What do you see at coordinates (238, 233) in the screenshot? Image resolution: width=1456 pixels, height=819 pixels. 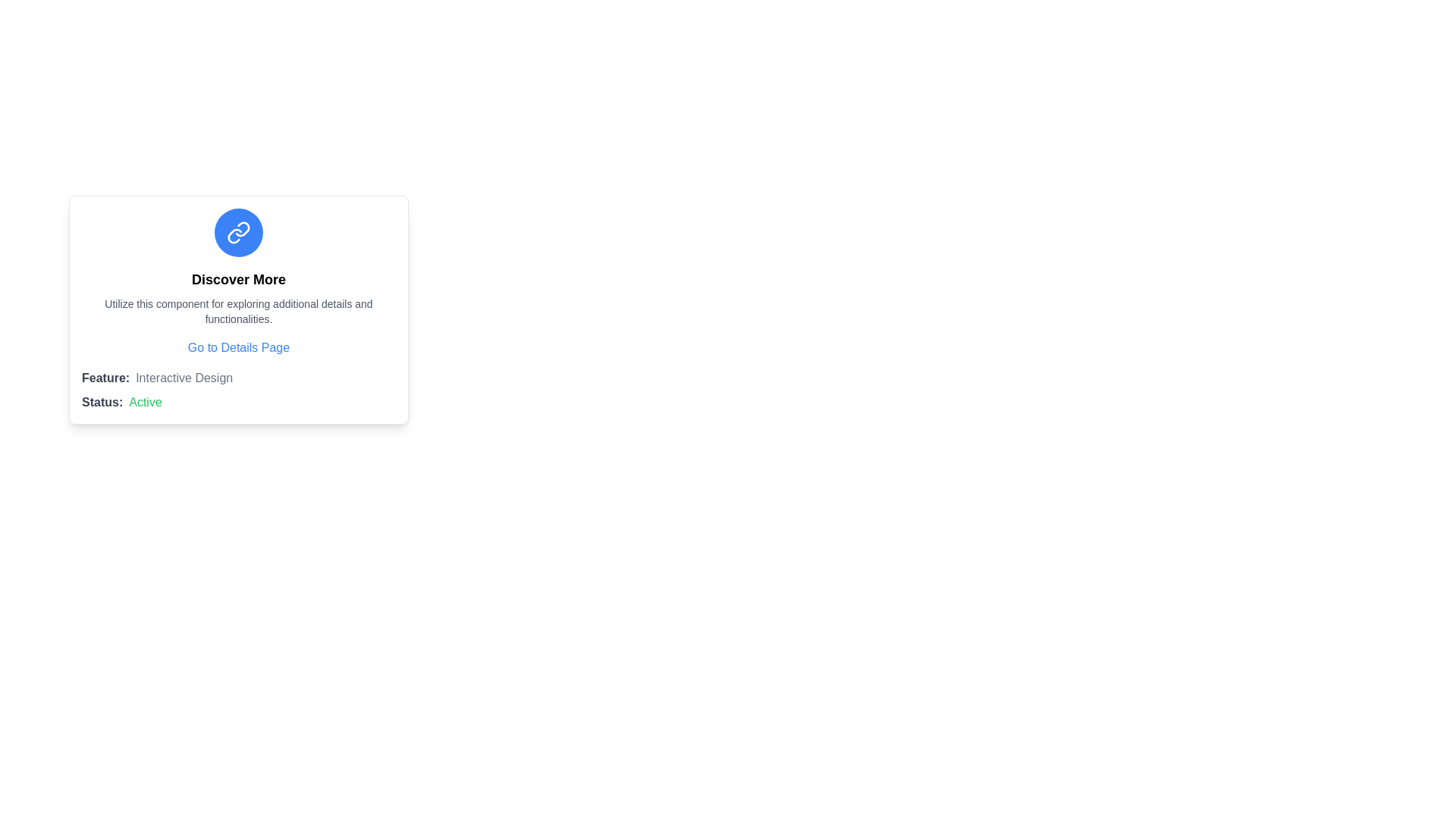 I see `the chain link icon with a blue circular background located above the text 'Discover More' in the card layout` at bounding box center [238, 233].